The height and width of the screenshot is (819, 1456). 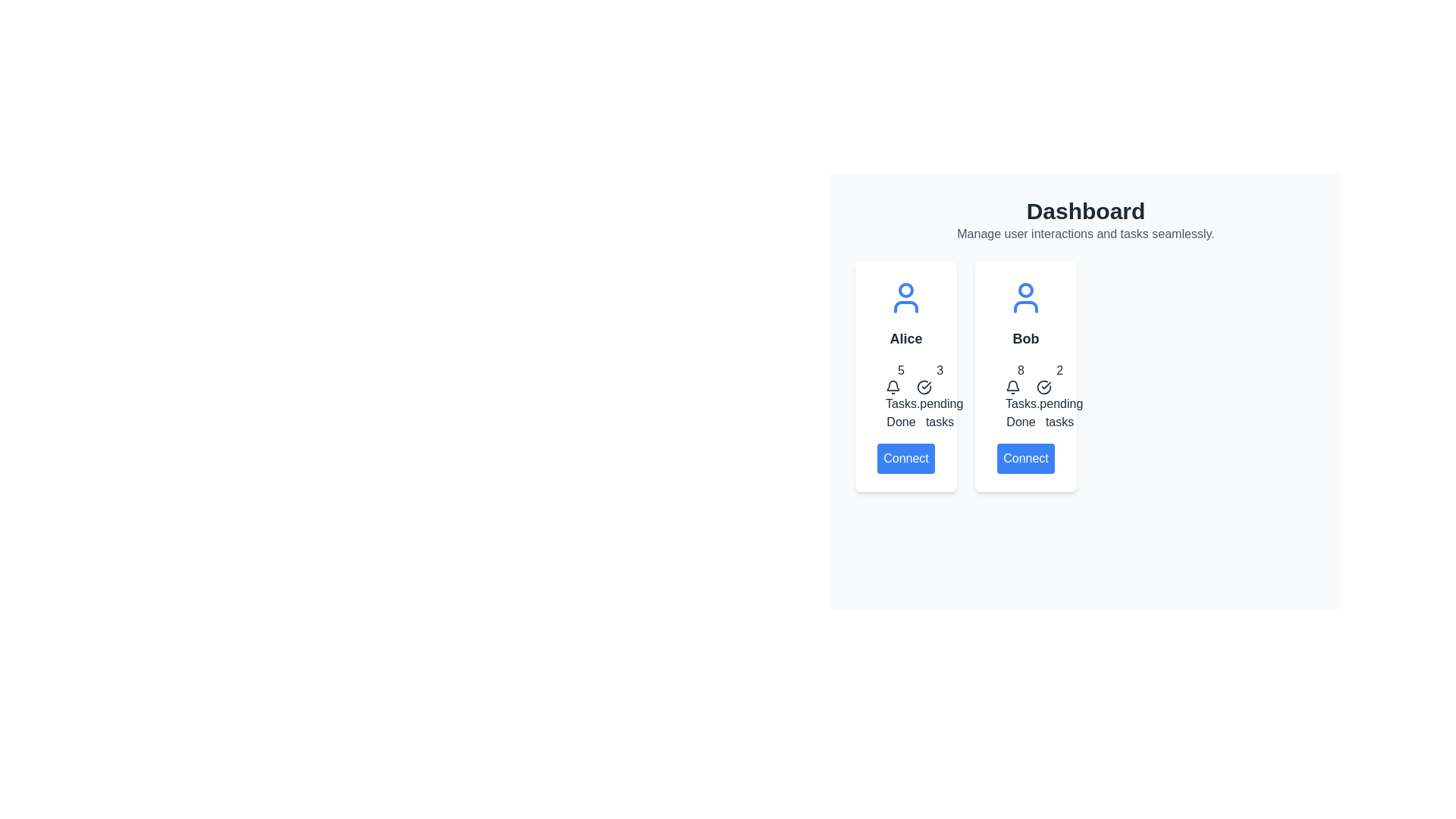 I want to click on the user icon represented by a blue circle above a semi-oval, positioned at the top center of the card component titled 'Alice', so click(x=906, y=298).